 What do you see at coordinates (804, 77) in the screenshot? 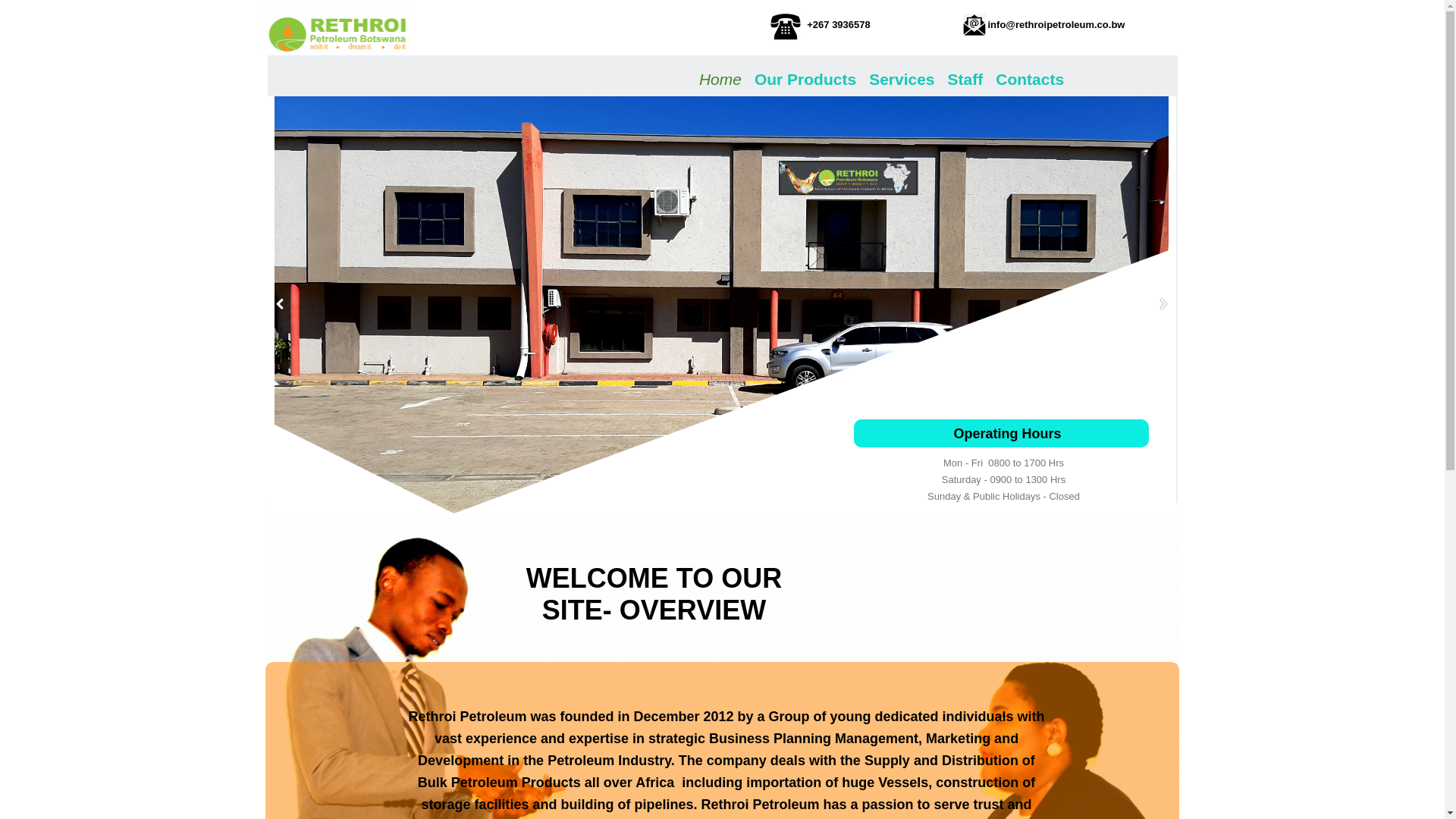
I see `'Our Products'` at bounding box center [804, 77].